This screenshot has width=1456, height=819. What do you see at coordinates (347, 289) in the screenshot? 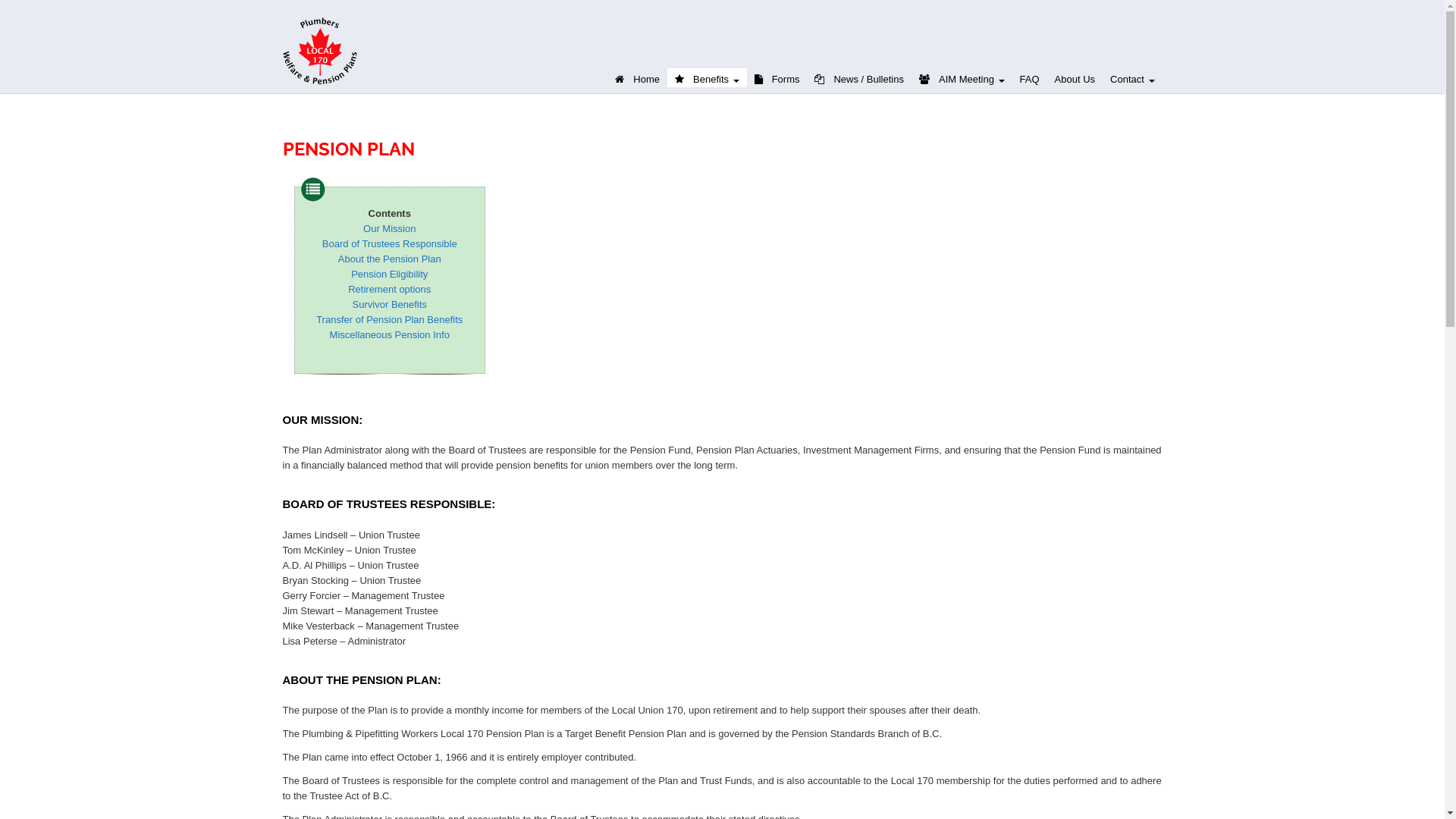
I see `'Retirement options'` at bounding box center [347, 289].